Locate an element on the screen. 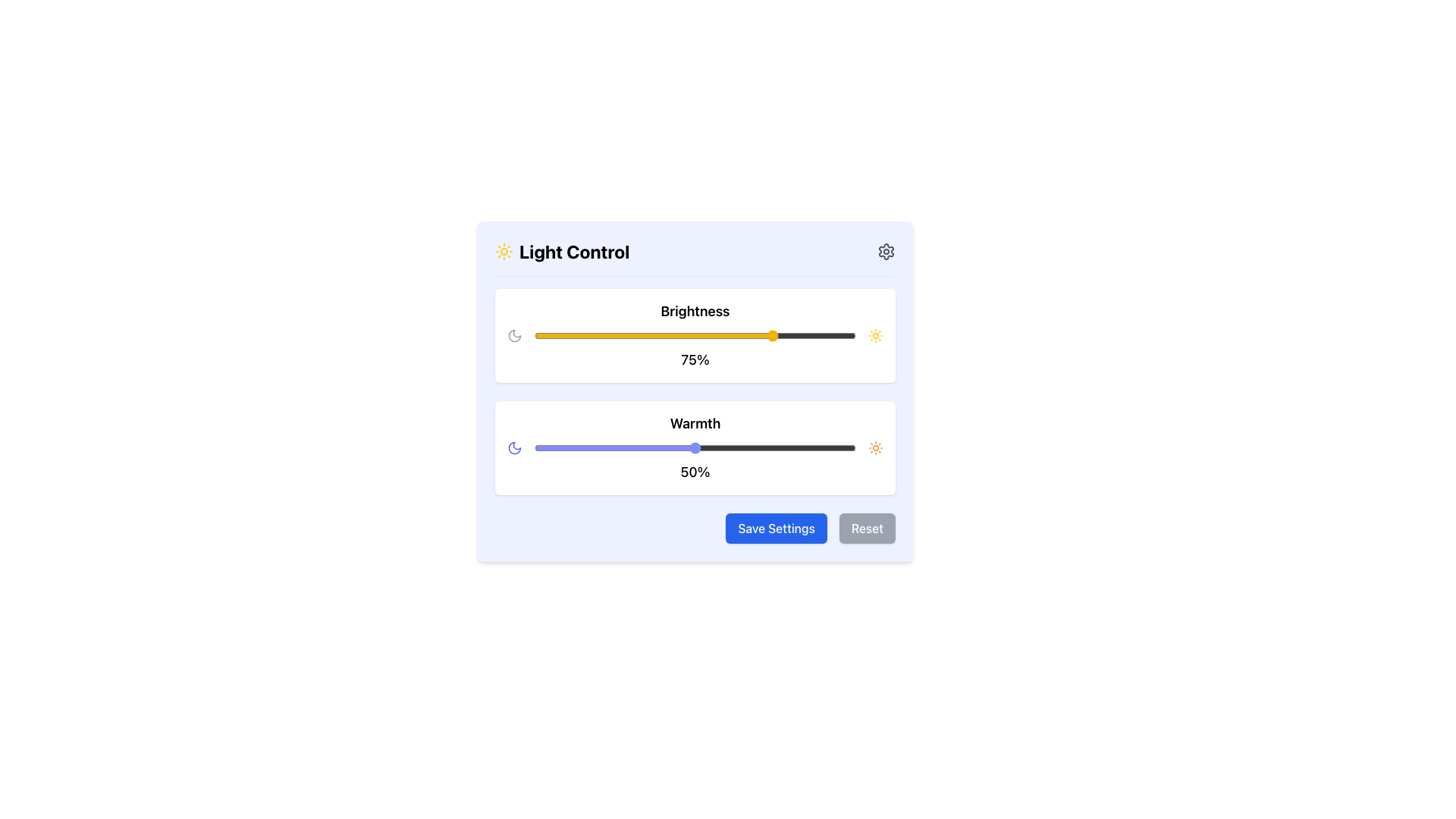 This screenshot has width=1456, height=819. warmth is located at coordinates (714, 447).